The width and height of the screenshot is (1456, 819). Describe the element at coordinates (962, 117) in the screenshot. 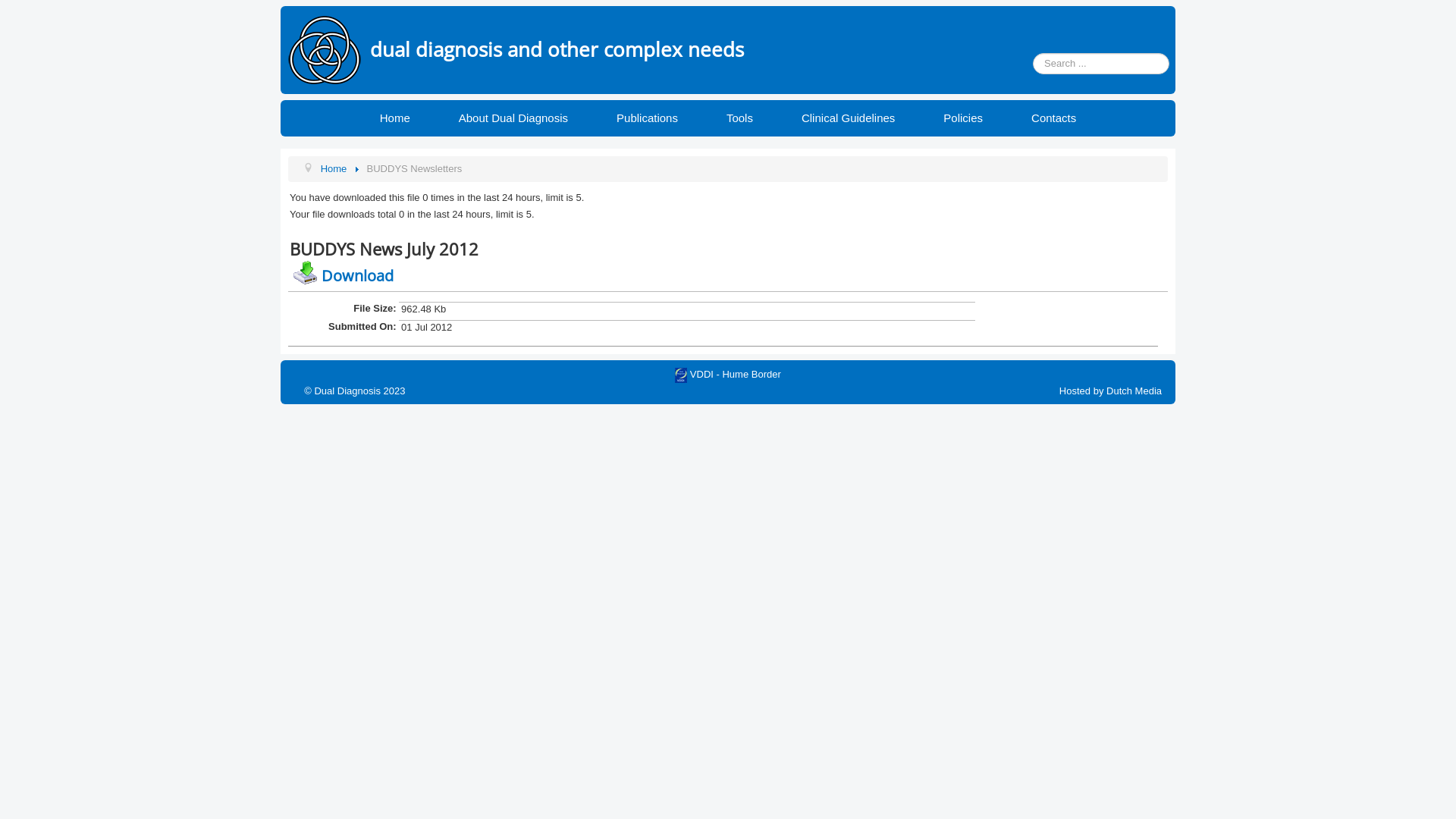

I see `'Policies'` at that location.